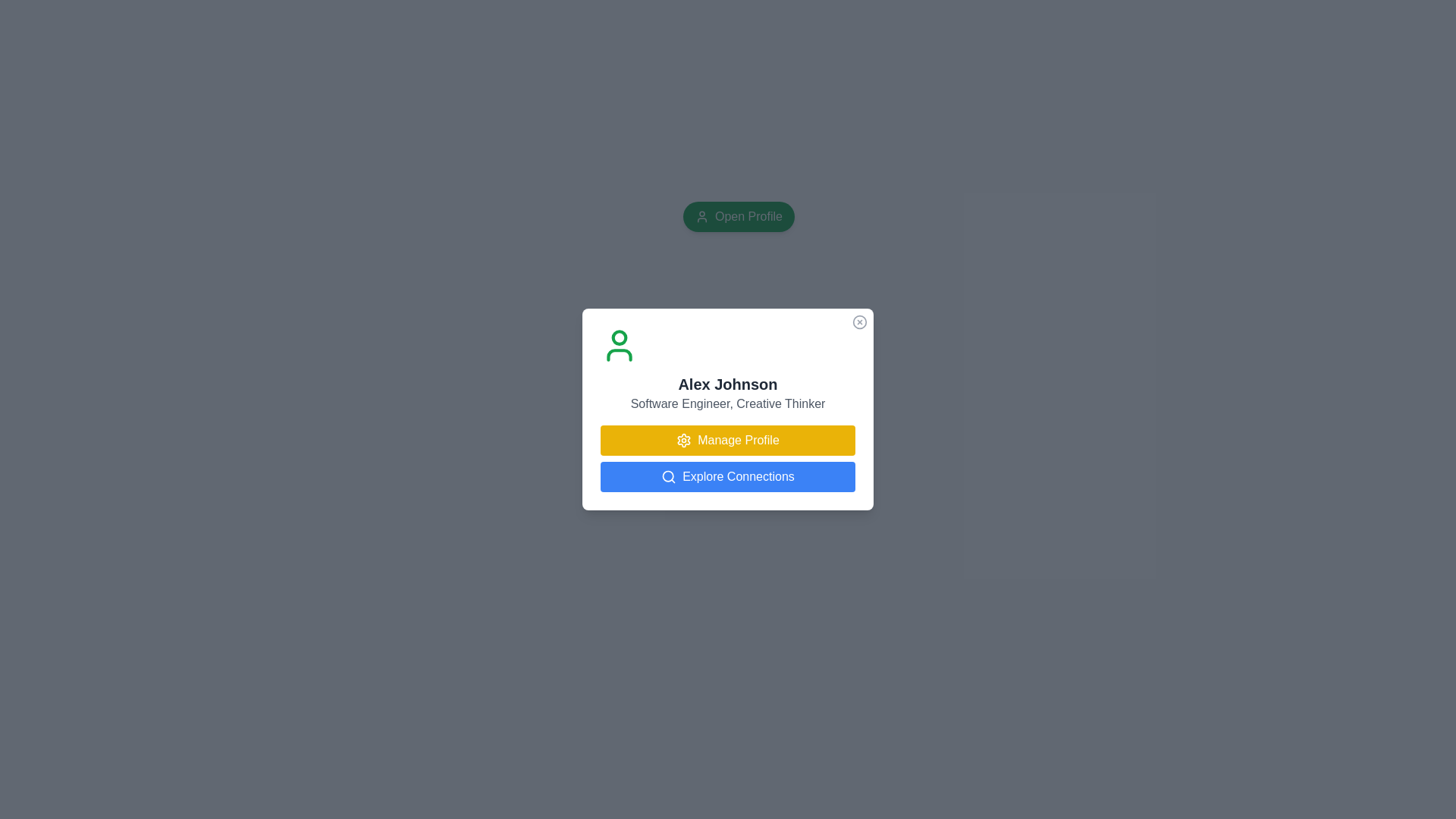 The width and height of the screenshot is (1456, 819). Describe the element at coordinates (668, 475) in the screenshot. I see `the 'Explore Connections' button, which is visually represented by an icon located at the bottom left side of the white profile card` at that location.